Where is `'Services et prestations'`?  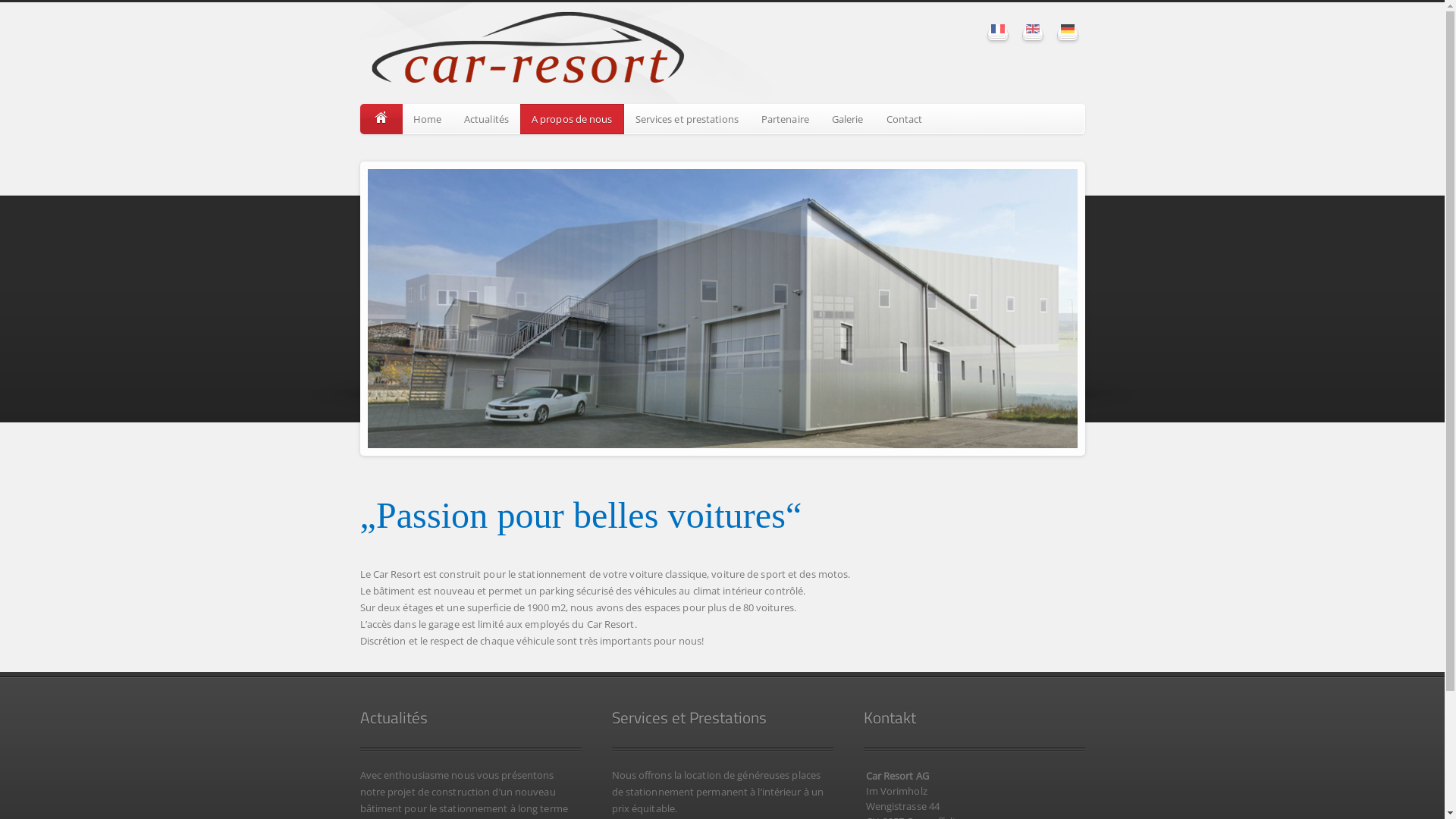
'Services et prestations' is located at coordinates (686, 118).